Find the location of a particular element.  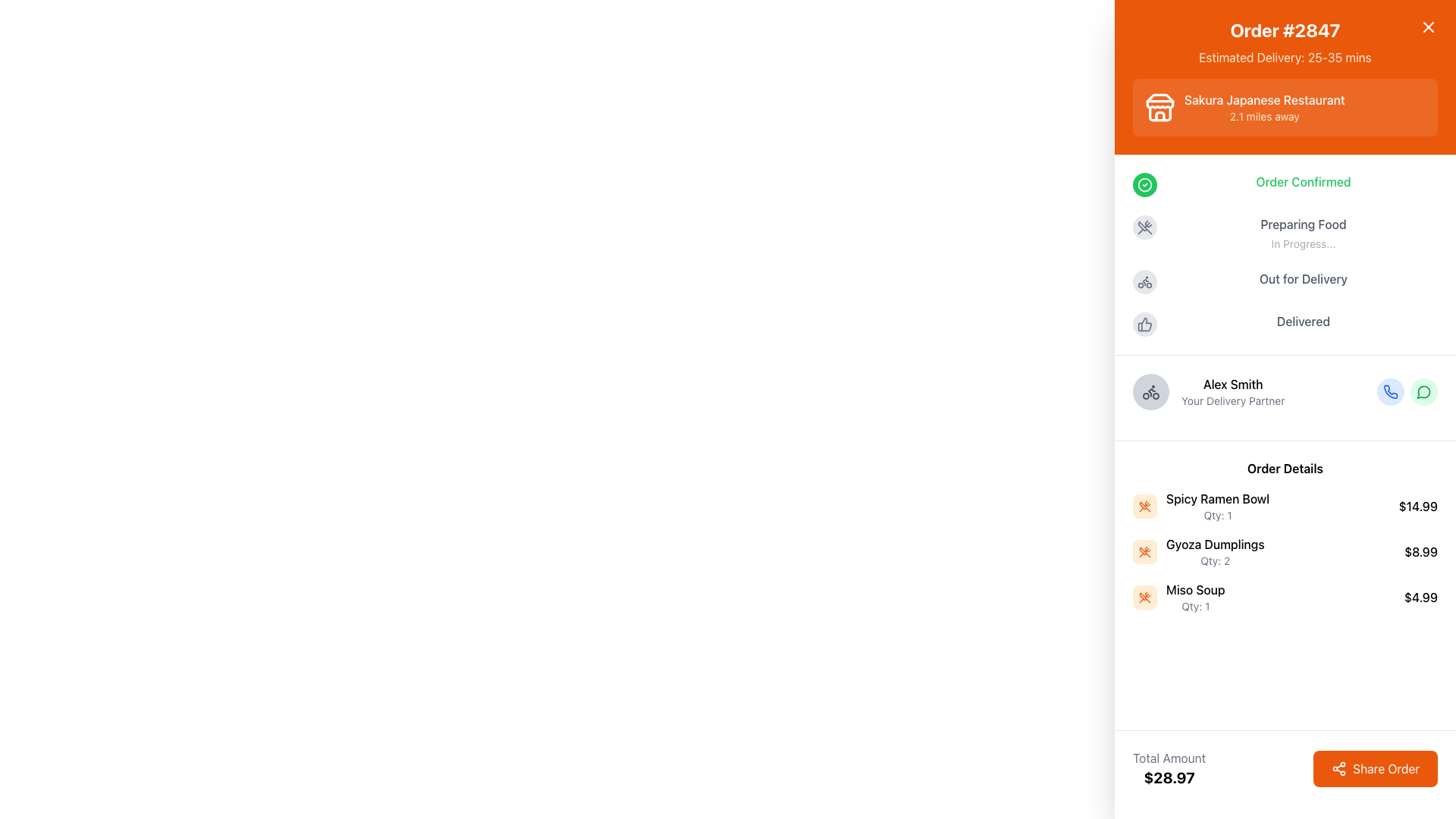

the static text label displaying the price '$4.99' located to the far-right of the 'Miso Soup' order details row is located at coordinates (1420, 596).